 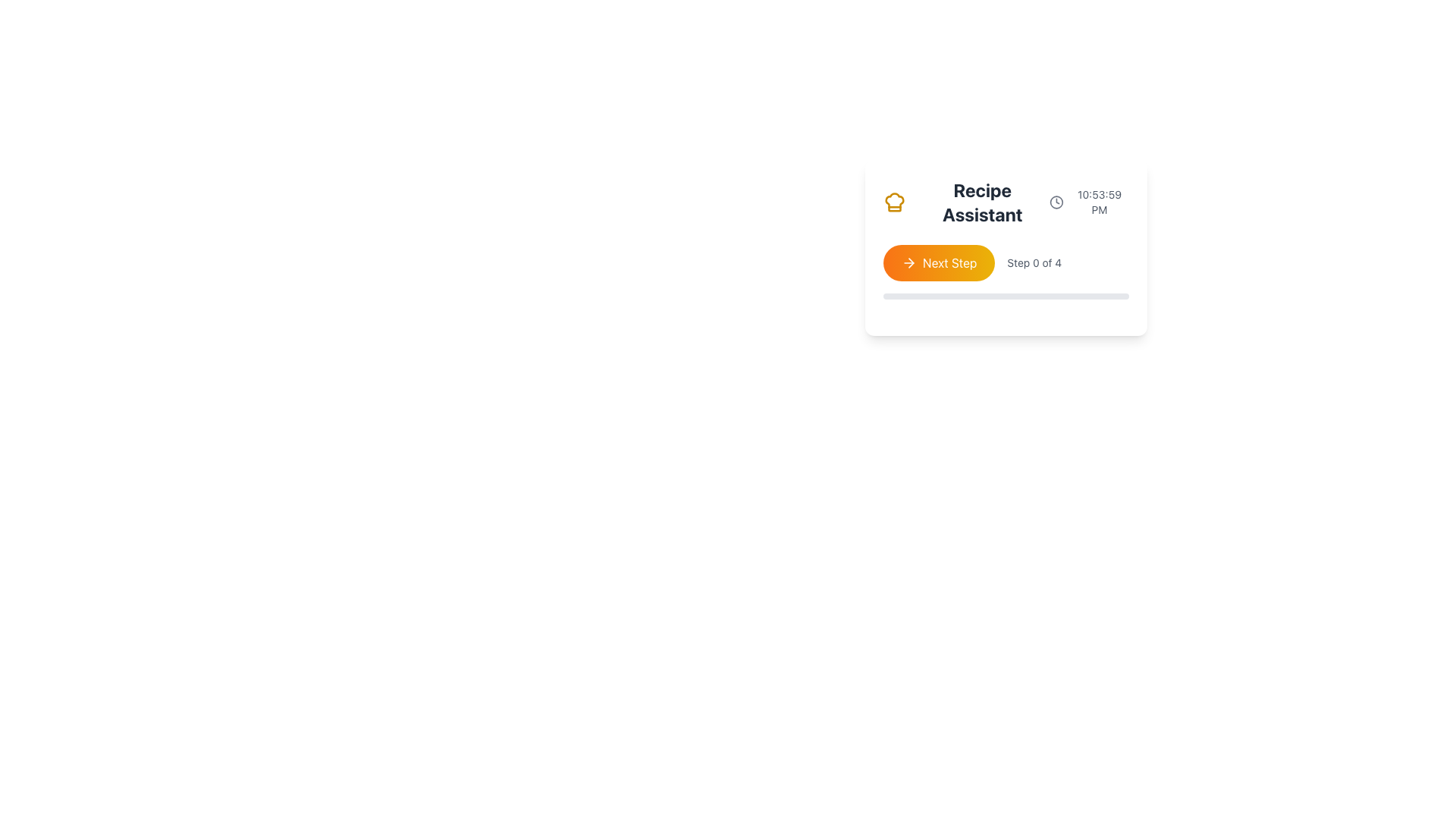 I want to click on the arrow head of the right-pointing arrow icon on the 'Next Step' button to interact with the button and trigger its functionality, so click(x=910, y=262).